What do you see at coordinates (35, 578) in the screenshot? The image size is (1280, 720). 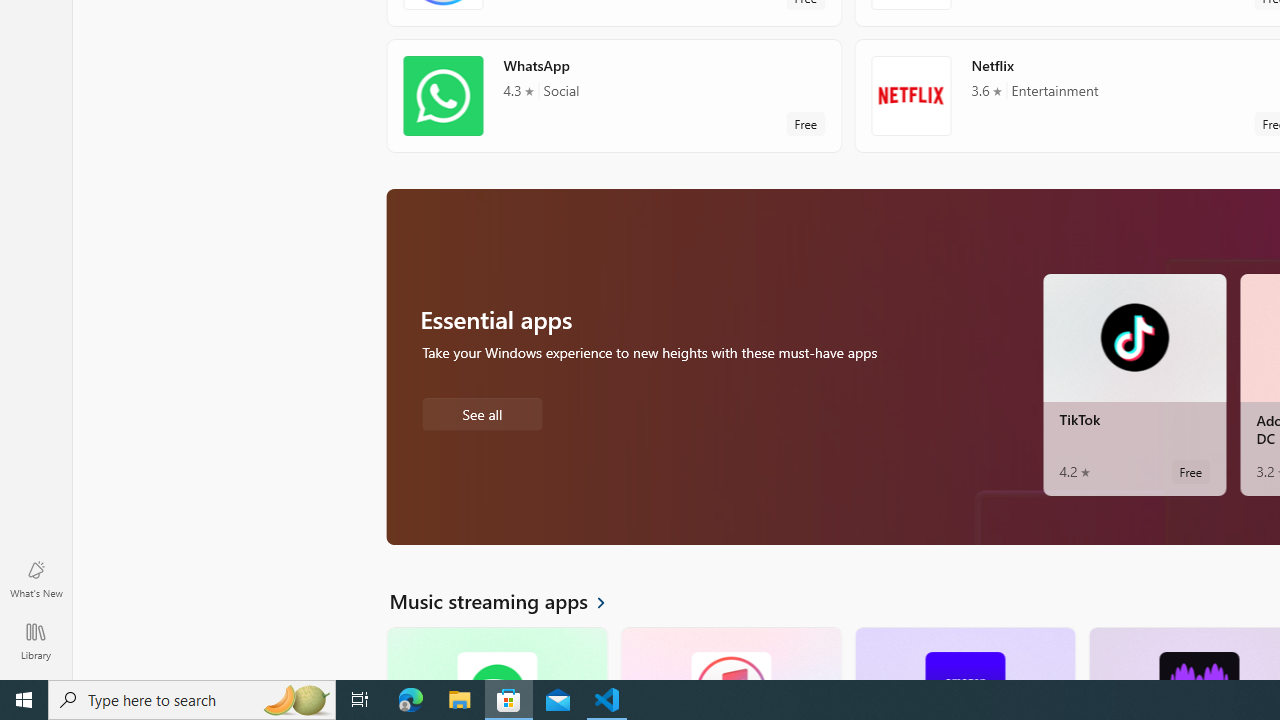 I see `'What'` at bounding box center [35, 578].